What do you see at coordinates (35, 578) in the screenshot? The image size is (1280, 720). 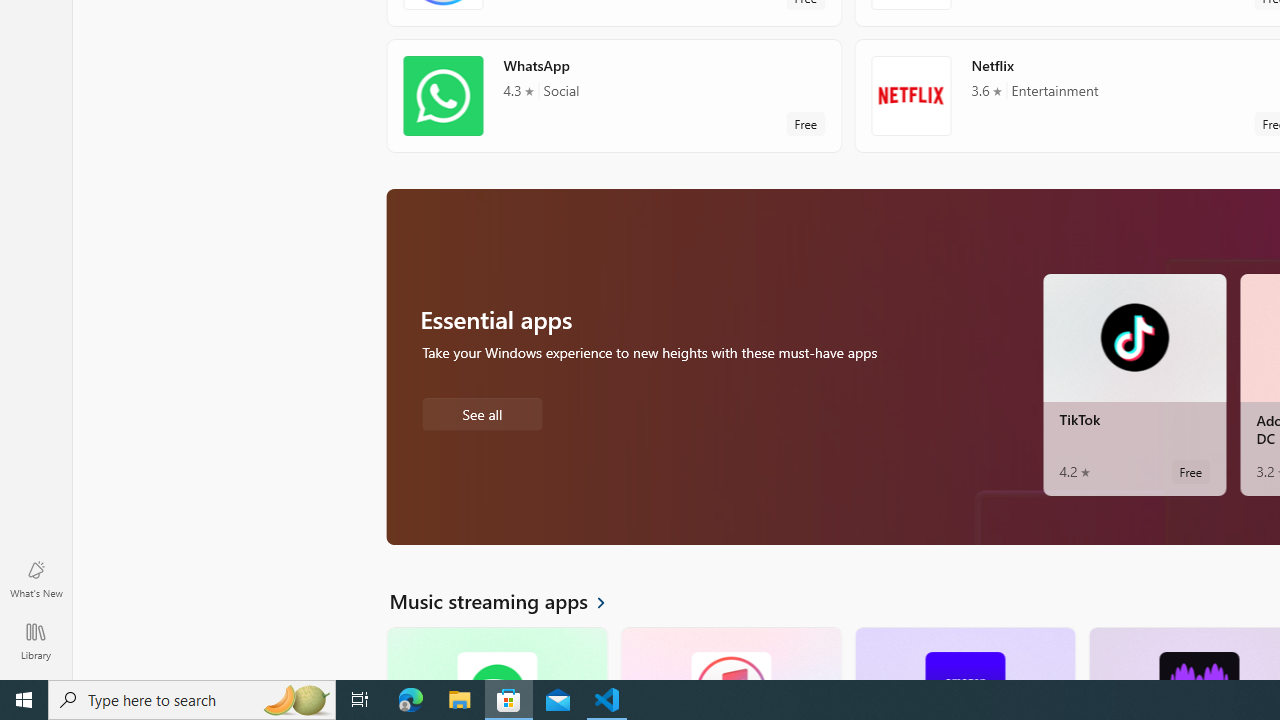 I see `'What'` at bounding box center [35, 578].